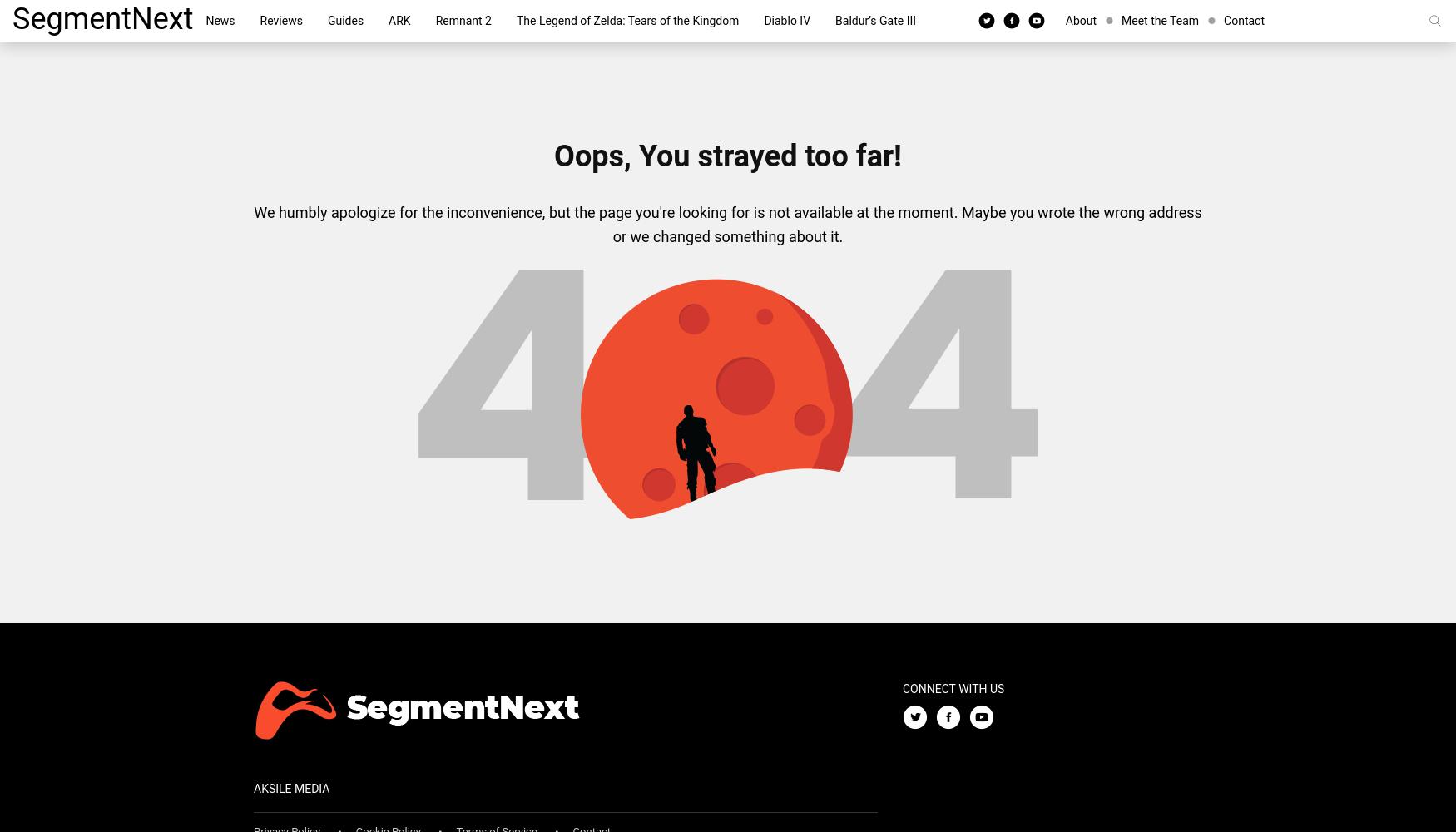 This screenshot has width=1456, height=832. What do you see at coordinates (12, 19) in the screenshot?
I see `'SegmentNext'` at bounding box center [12, 19].